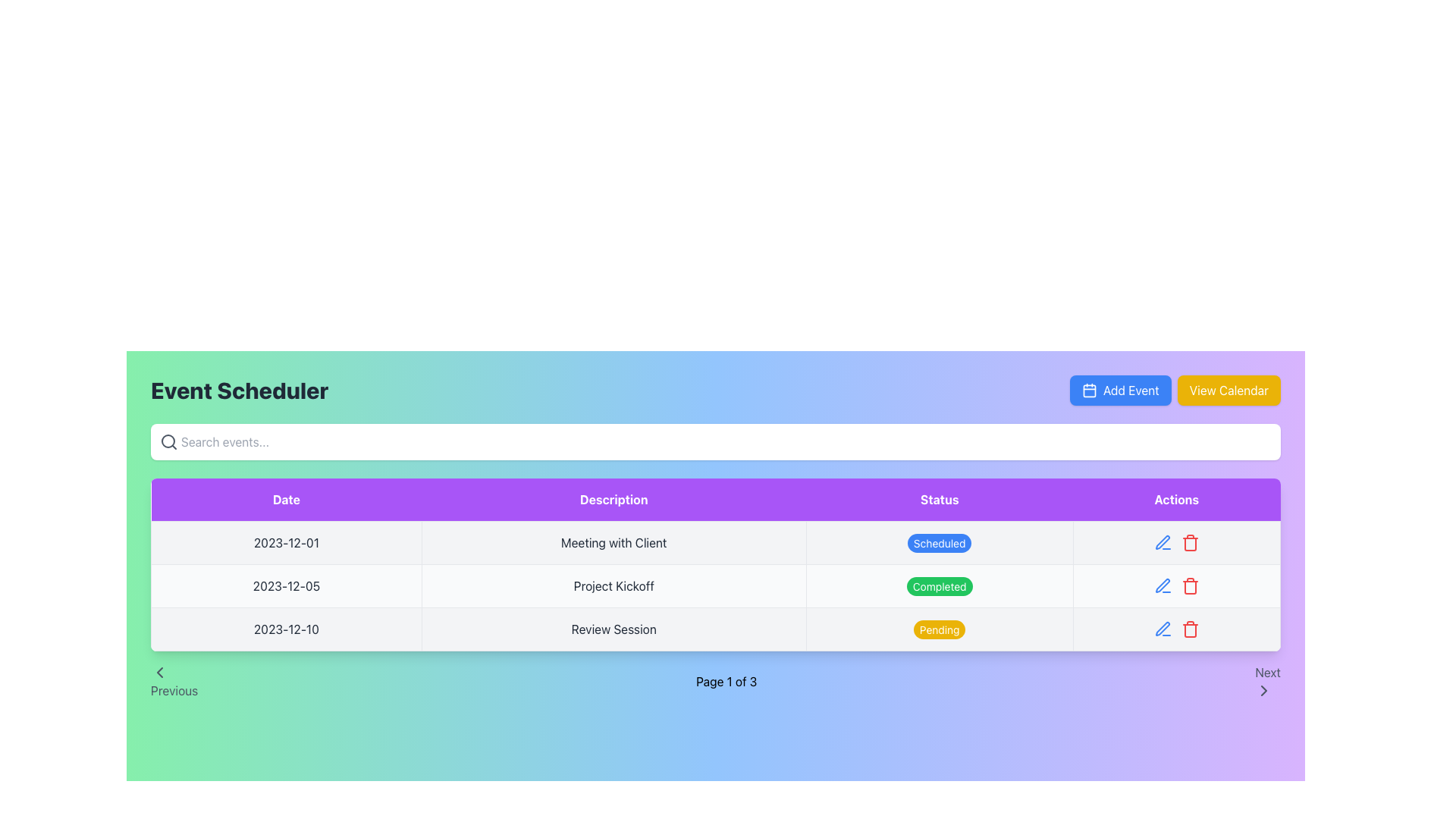  Describe the element at coordinates (1267, 680) in the screenshot. I see `the button-like interactive text link located at the bottom-right corner of the page, adjacent to other pagination controls` at that location.